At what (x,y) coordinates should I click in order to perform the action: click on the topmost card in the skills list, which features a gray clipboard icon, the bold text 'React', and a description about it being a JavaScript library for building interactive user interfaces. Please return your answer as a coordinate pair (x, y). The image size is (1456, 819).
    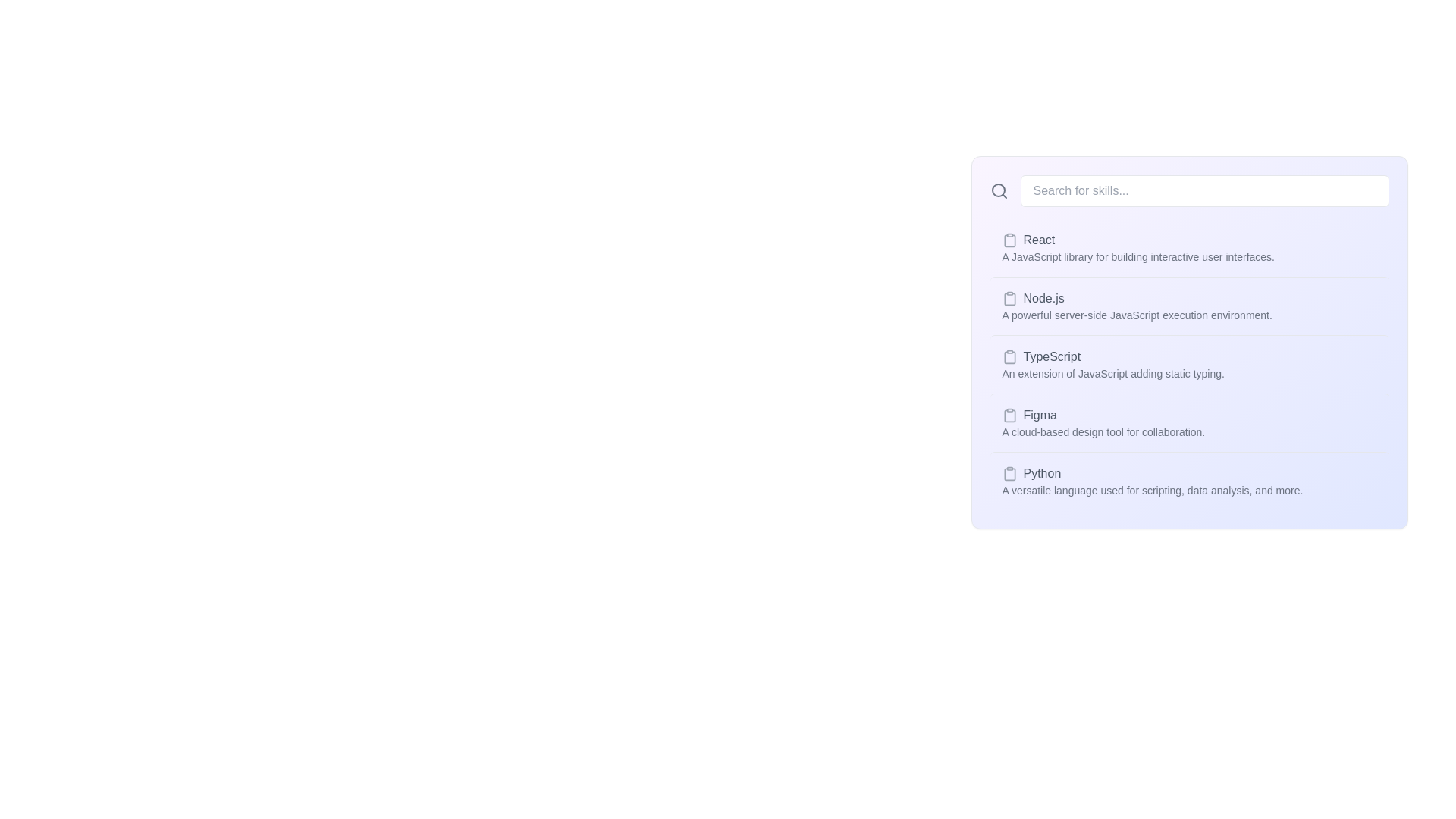
    Looking at the image, I should click on (1188, 247).